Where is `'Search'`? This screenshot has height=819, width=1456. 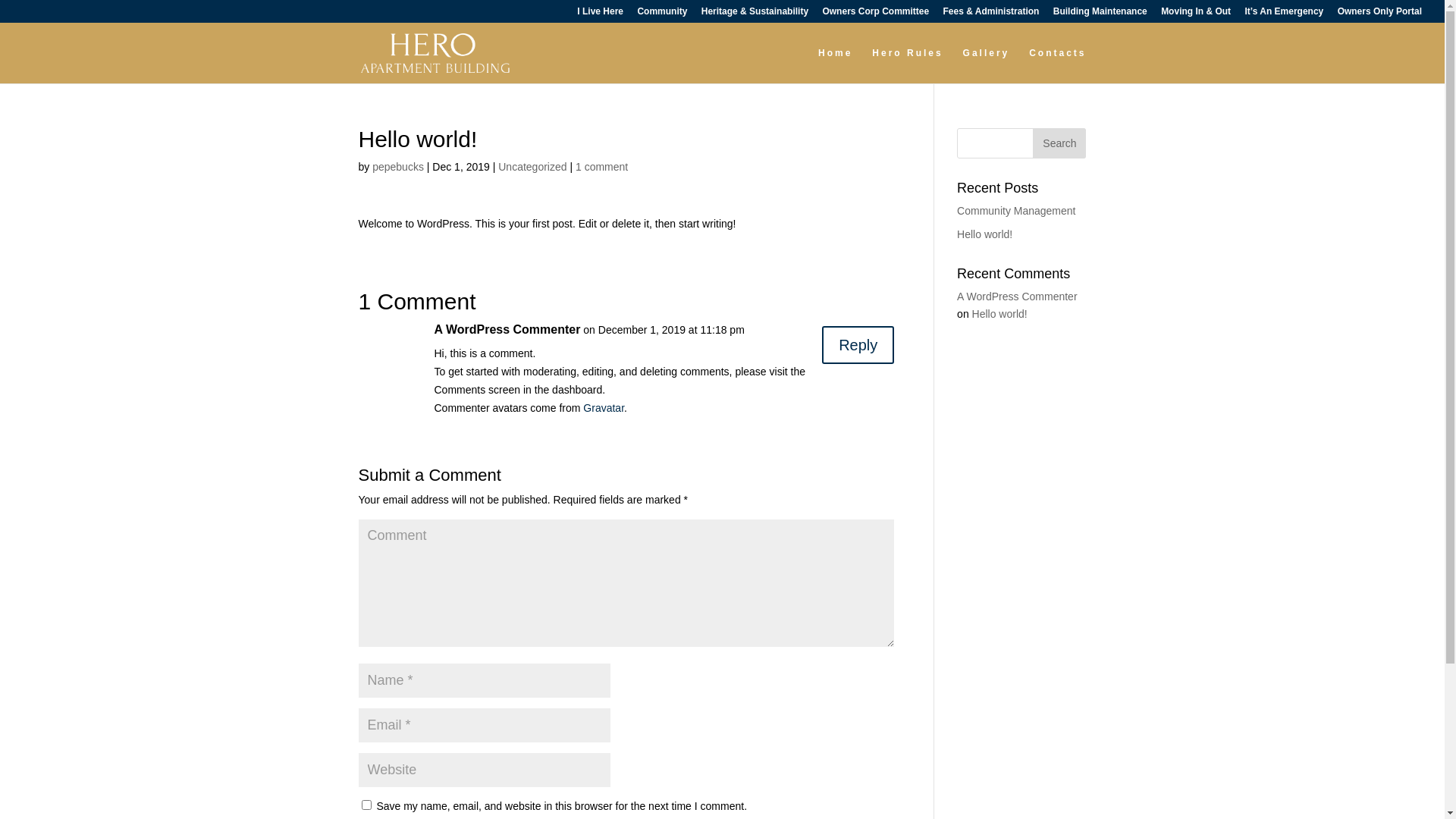 'Search' is located at coordinates (1058, 143).